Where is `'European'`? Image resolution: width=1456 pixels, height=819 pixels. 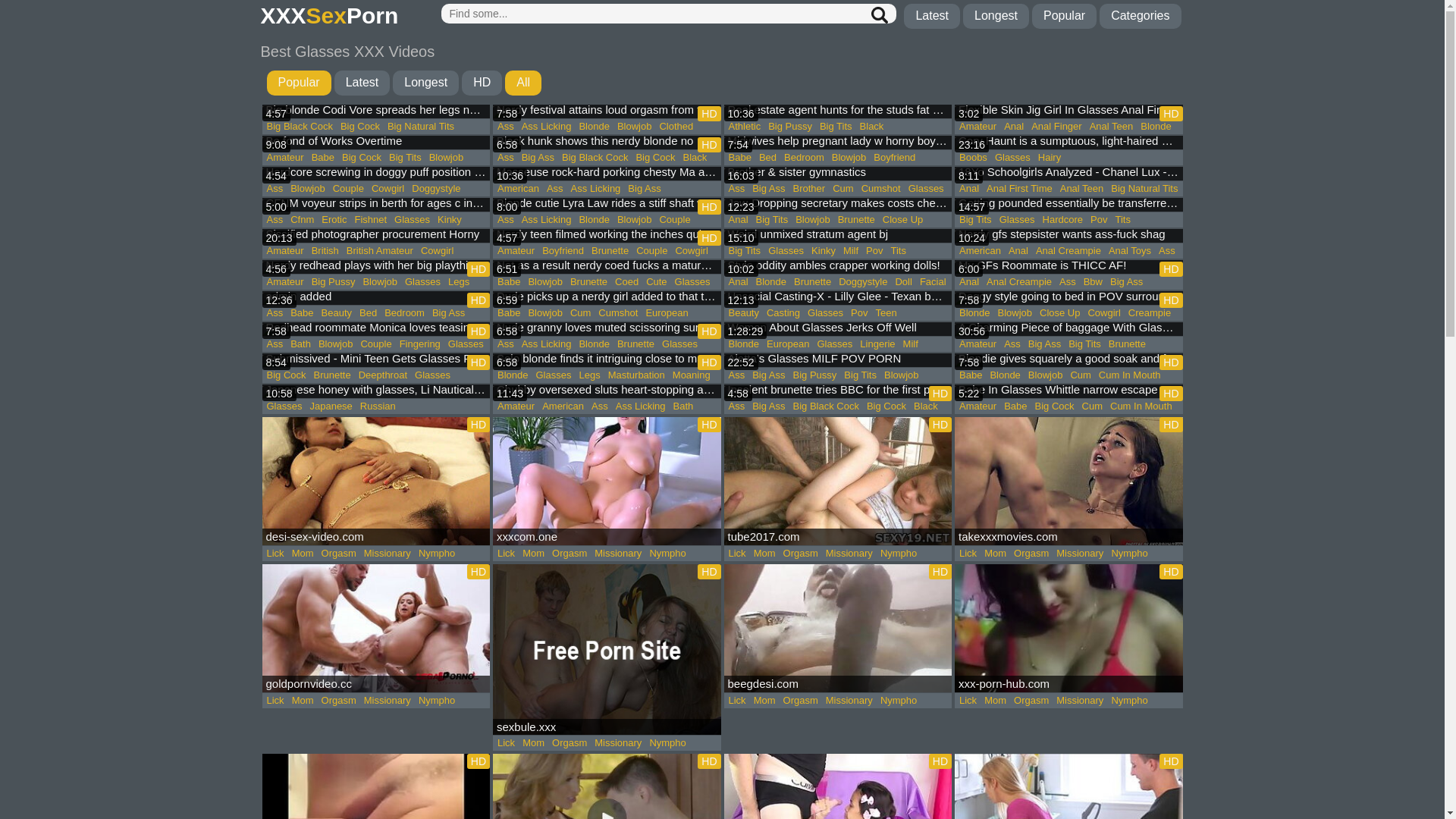
'European' is located at coordinates (787, 344).